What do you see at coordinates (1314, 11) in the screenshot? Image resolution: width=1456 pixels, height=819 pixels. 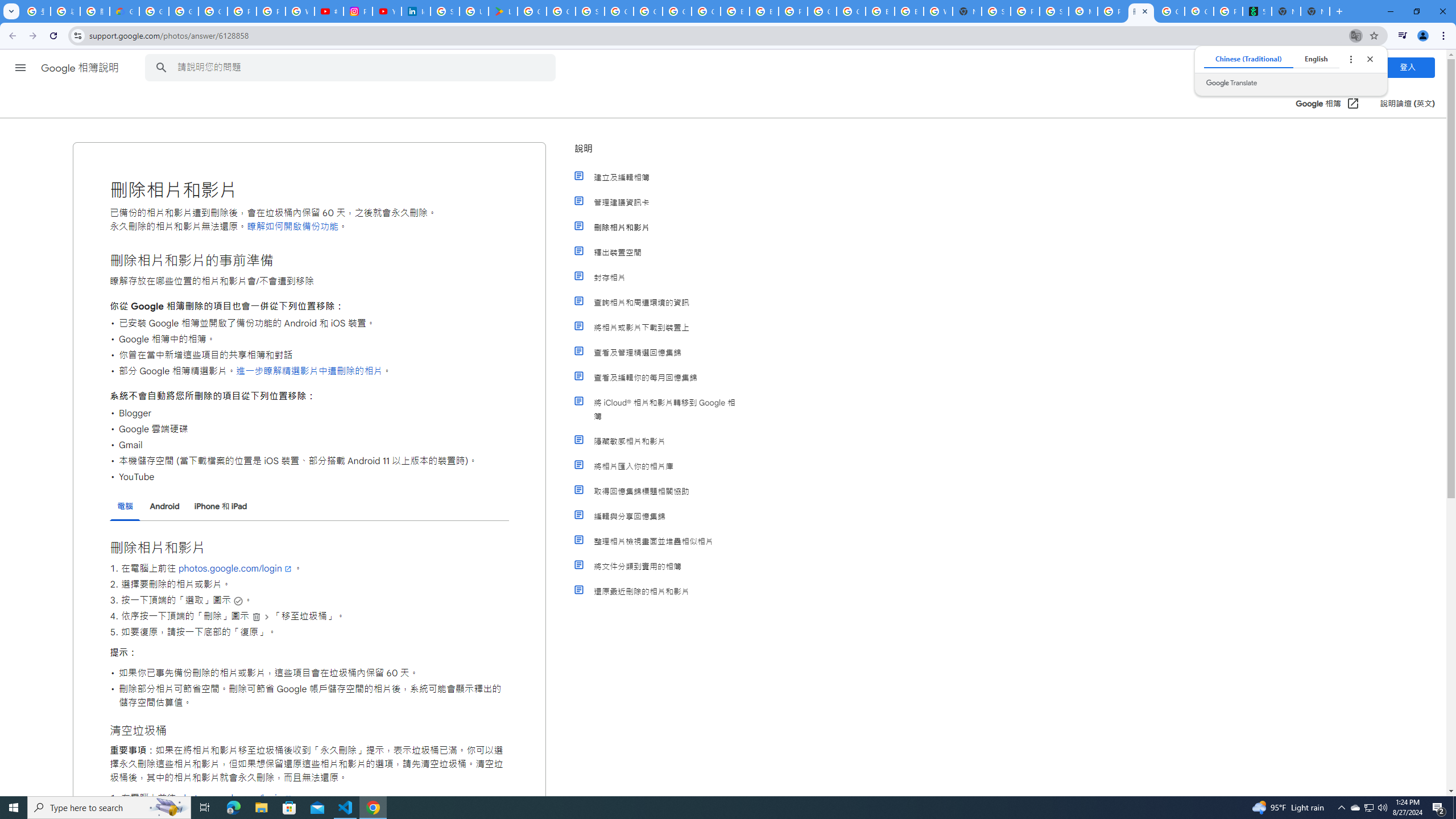 I see `'New Tab'` at bounding box center [1314, 11].